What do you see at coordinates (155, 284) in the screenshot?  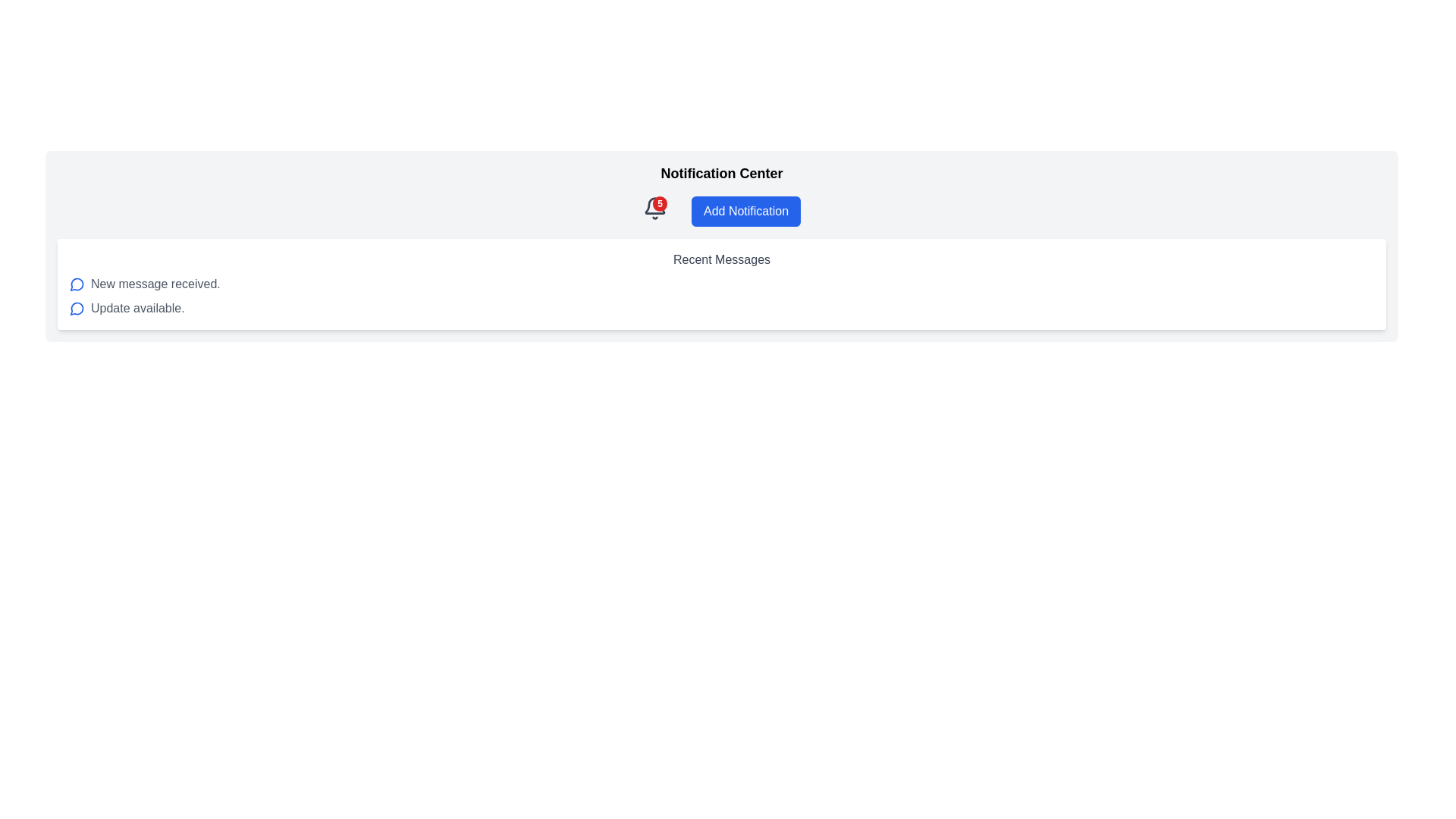 I see `the static message indicator for newly received messages located under the 'Recent Messages' header, positioned above 'Update available' and aligned with a blue speech bubble icon` at bounding box center [155, 284].